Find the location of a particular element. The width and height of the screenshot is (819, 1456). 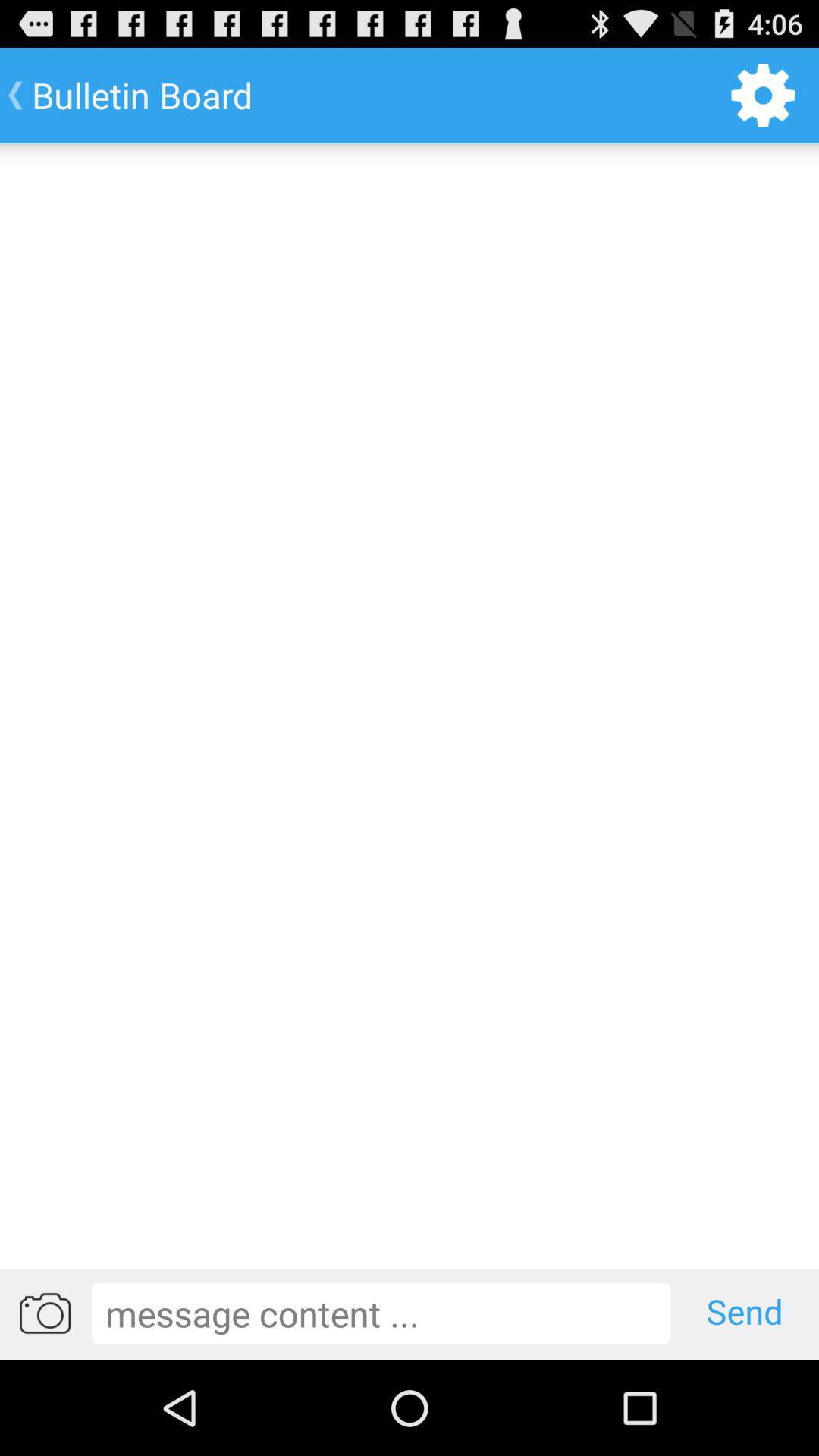

send message is located at coordinates (380, 1313).